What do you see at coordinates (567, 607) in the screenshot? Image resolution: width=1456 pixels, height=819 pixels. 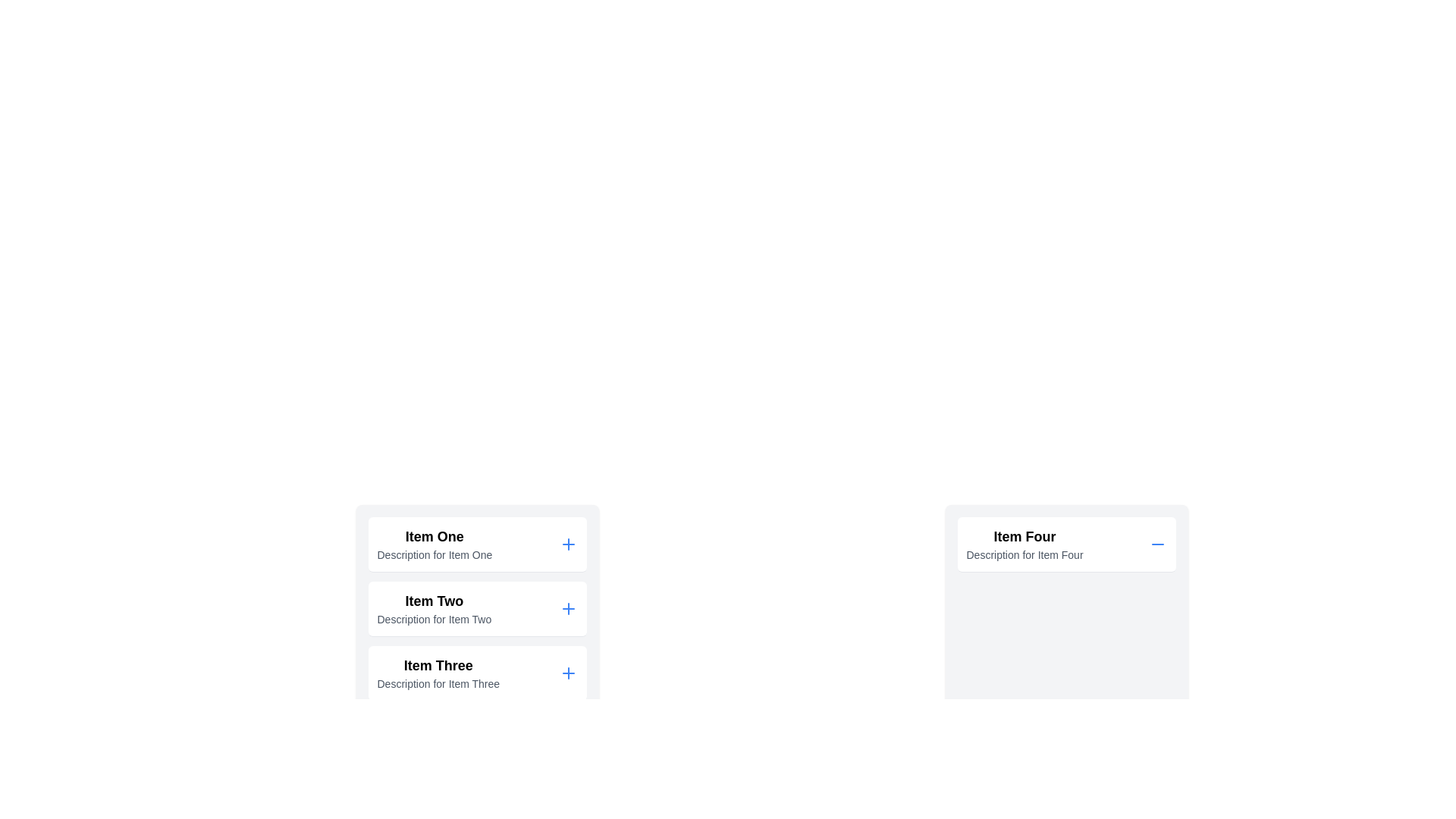 I see `the plus button next to Item Two in the source list to transfer it to the target list` at bounding box center [567, 607].